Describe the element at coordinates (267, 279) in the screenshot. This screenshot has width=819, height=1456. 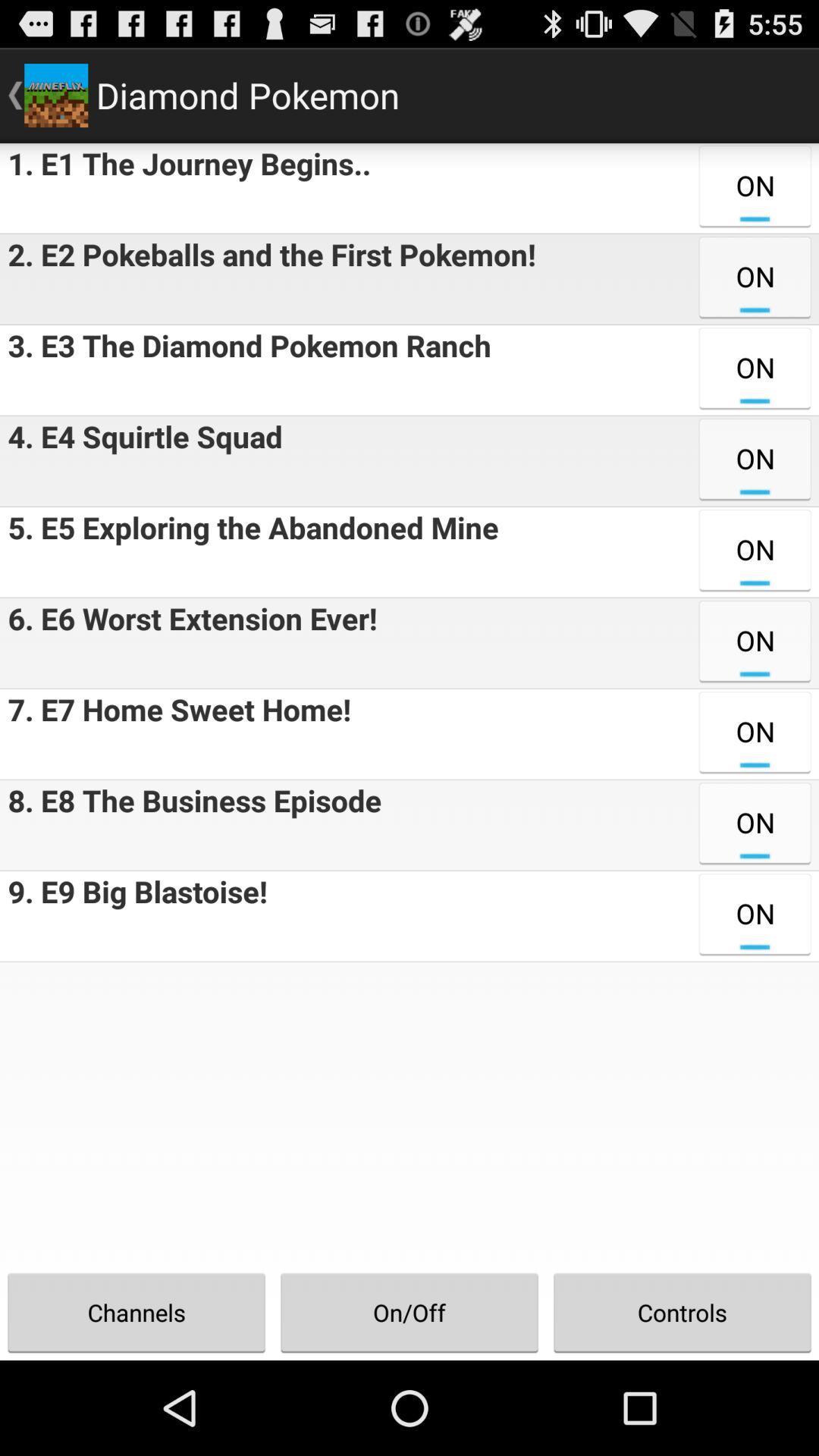
I see `the item to the left of on icon` at that location.